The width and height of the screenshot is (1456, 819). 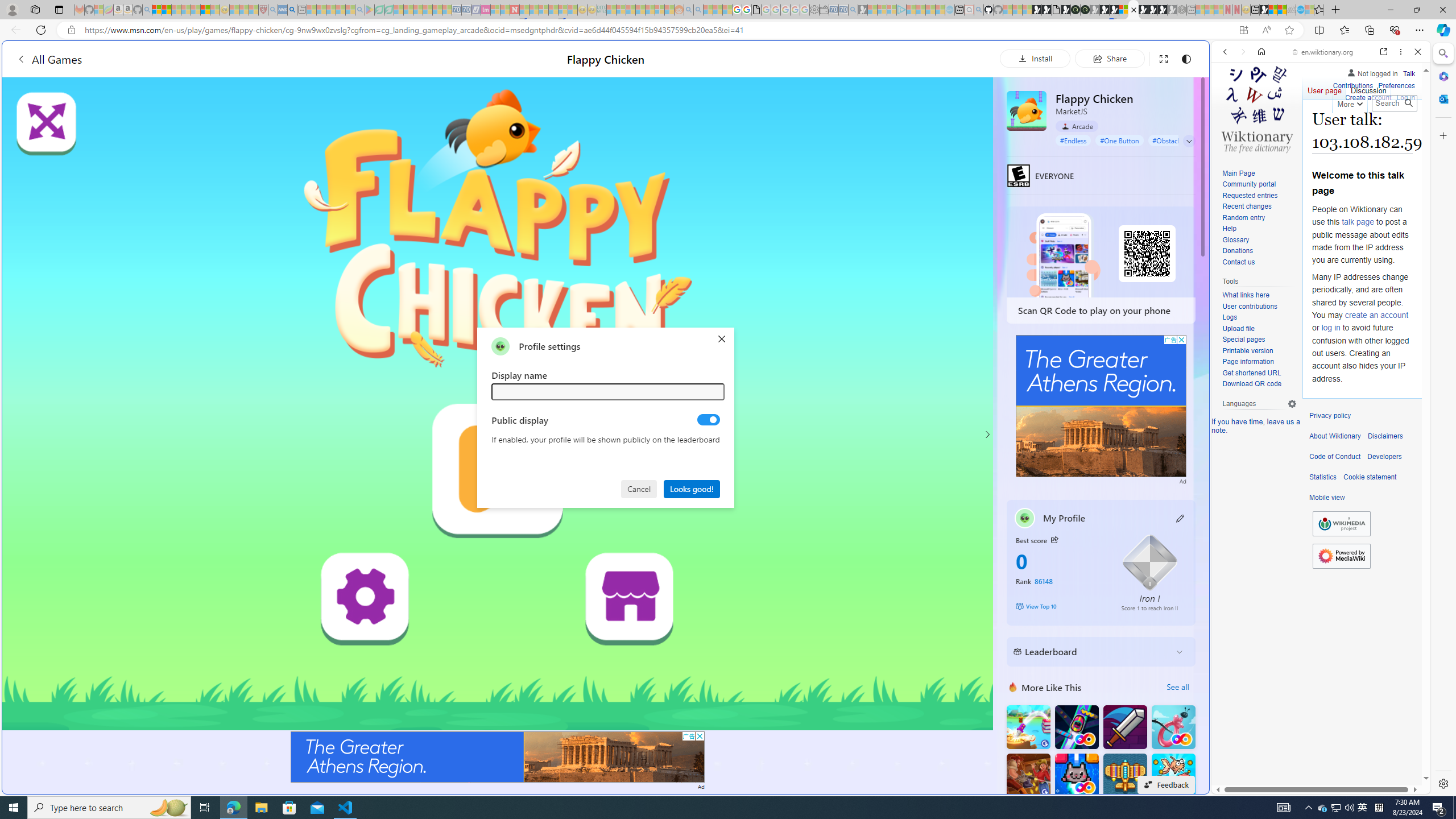 I want to click on 'Bluey: Let', so click(x=369, y=9).